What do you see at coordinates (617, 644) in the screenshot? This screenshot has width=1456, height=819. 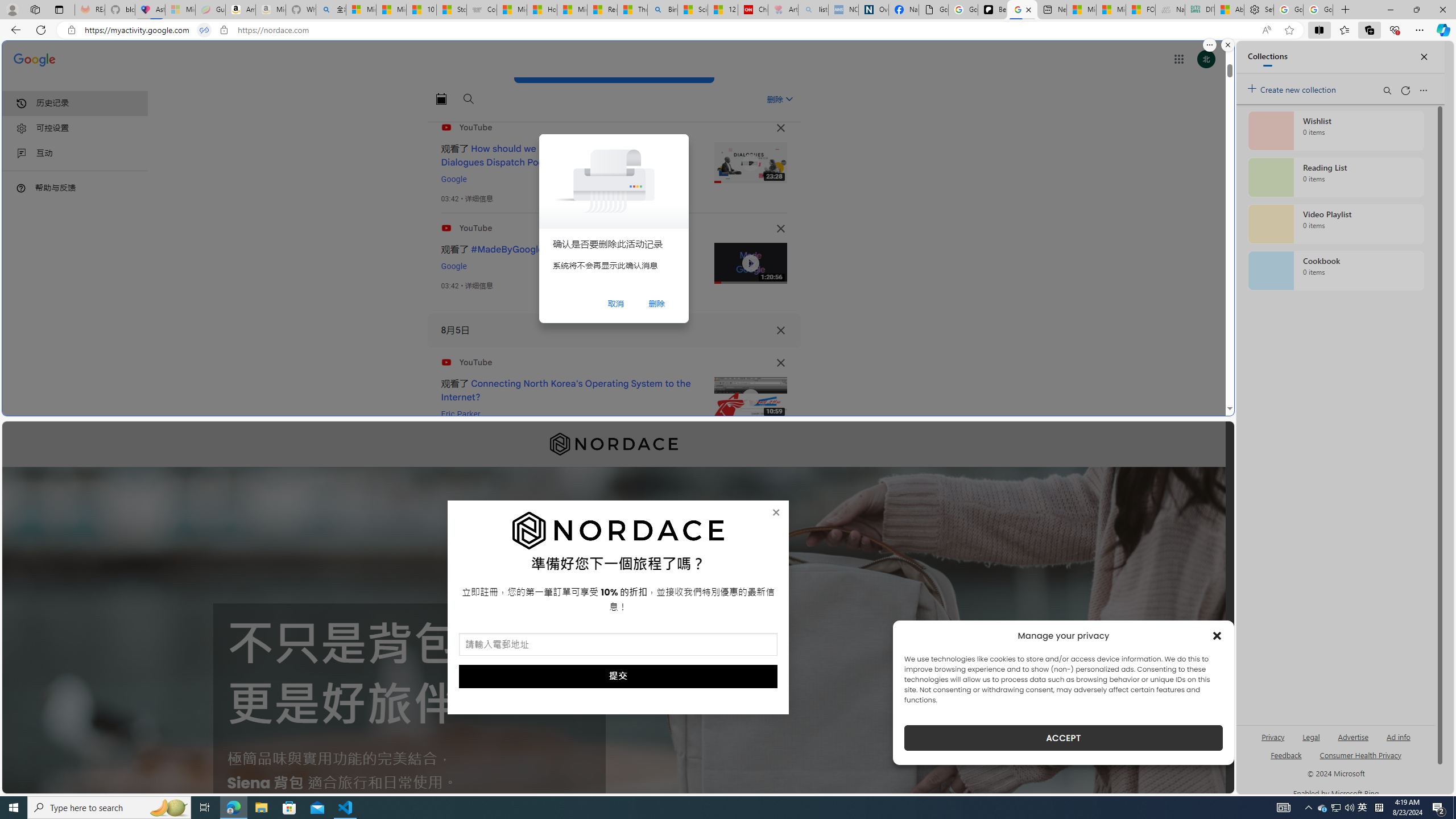 I see `'AutomationID: input_5_1'` at bounding box center [617, 644].